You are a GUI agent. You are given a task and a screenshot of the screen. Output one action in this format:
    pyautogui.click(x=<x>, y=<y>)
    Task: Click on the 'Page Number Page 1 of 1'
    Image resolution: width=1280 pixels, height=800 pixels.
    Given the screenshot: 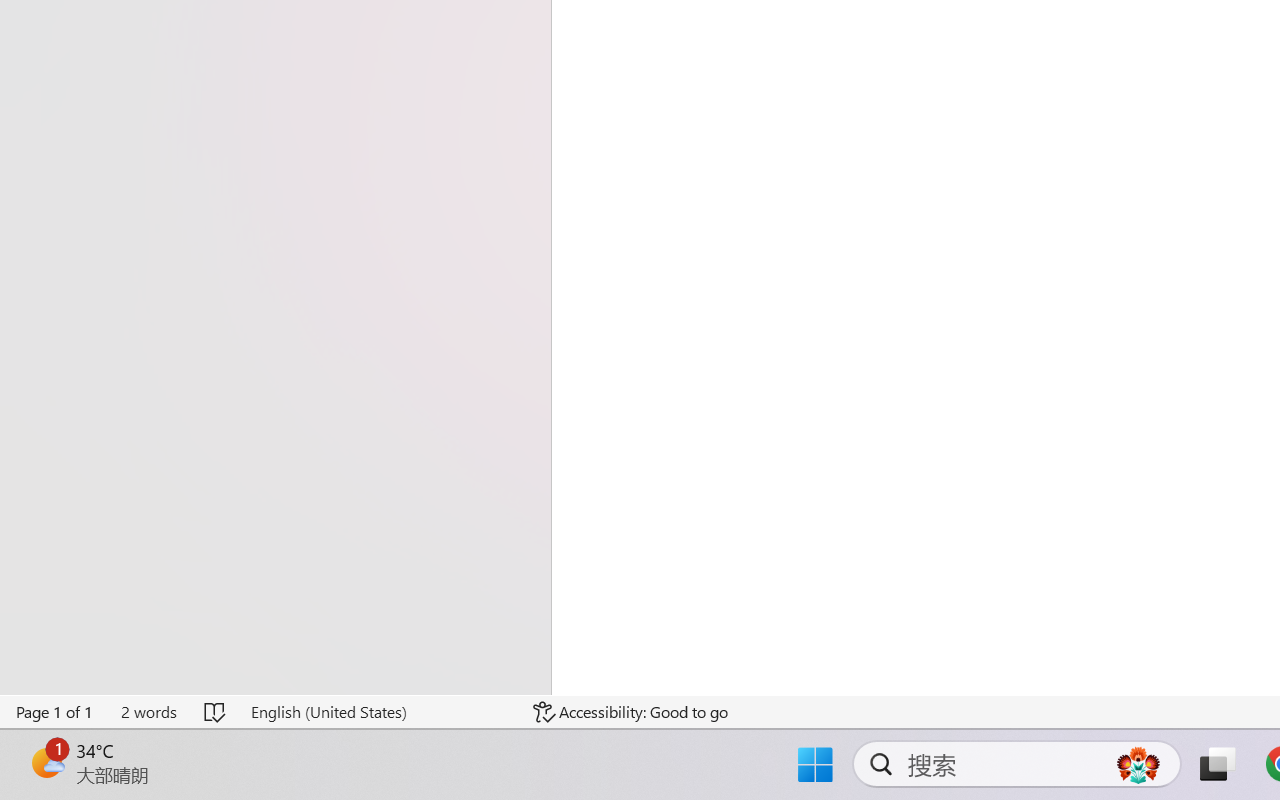 What is the action you would take?
    pyautogui.click(x=55, y=711)
    